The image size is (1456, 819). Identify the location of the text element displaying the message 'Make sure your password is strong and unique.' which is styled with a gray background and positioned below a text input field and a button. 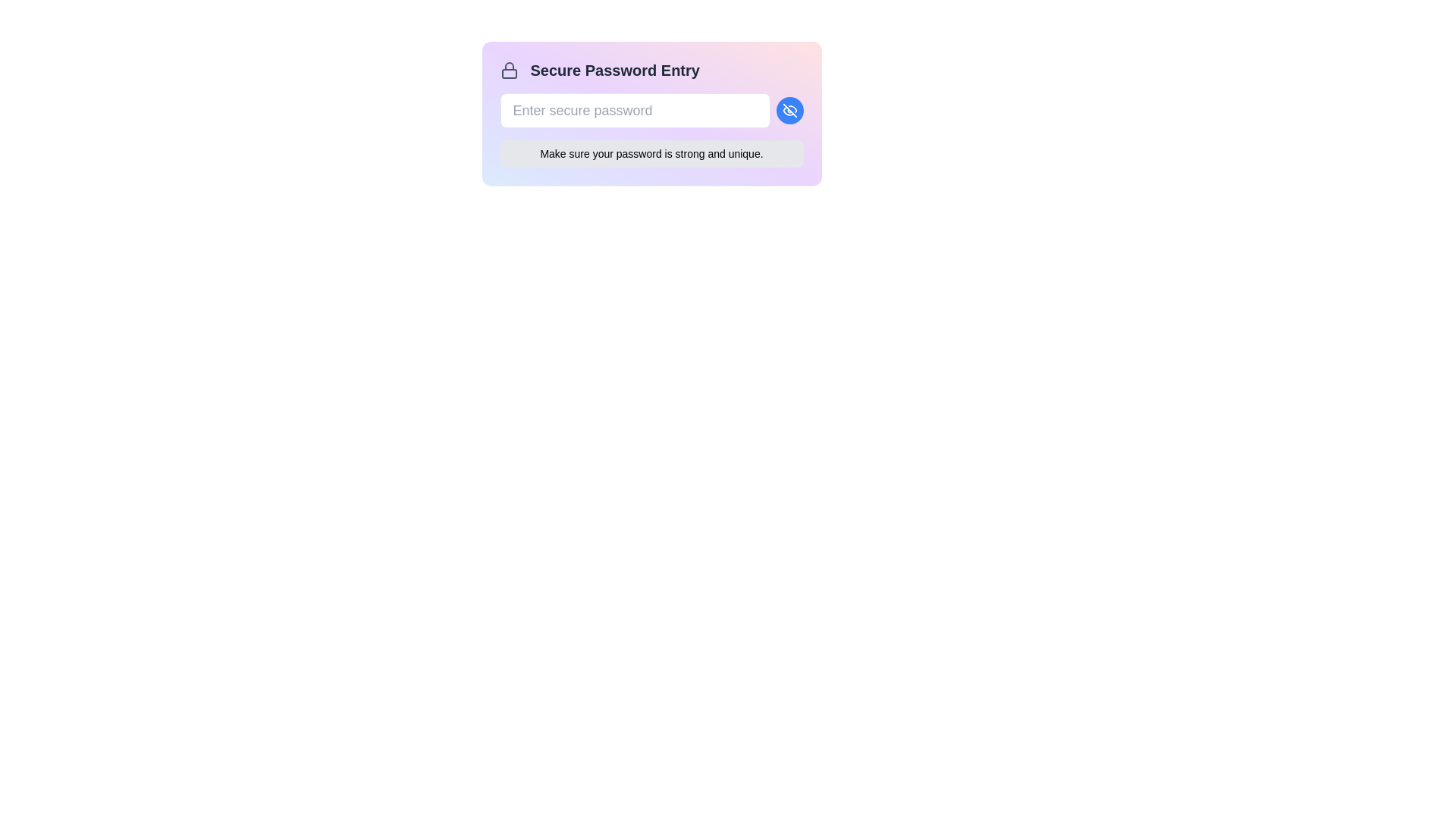
(651, 154).